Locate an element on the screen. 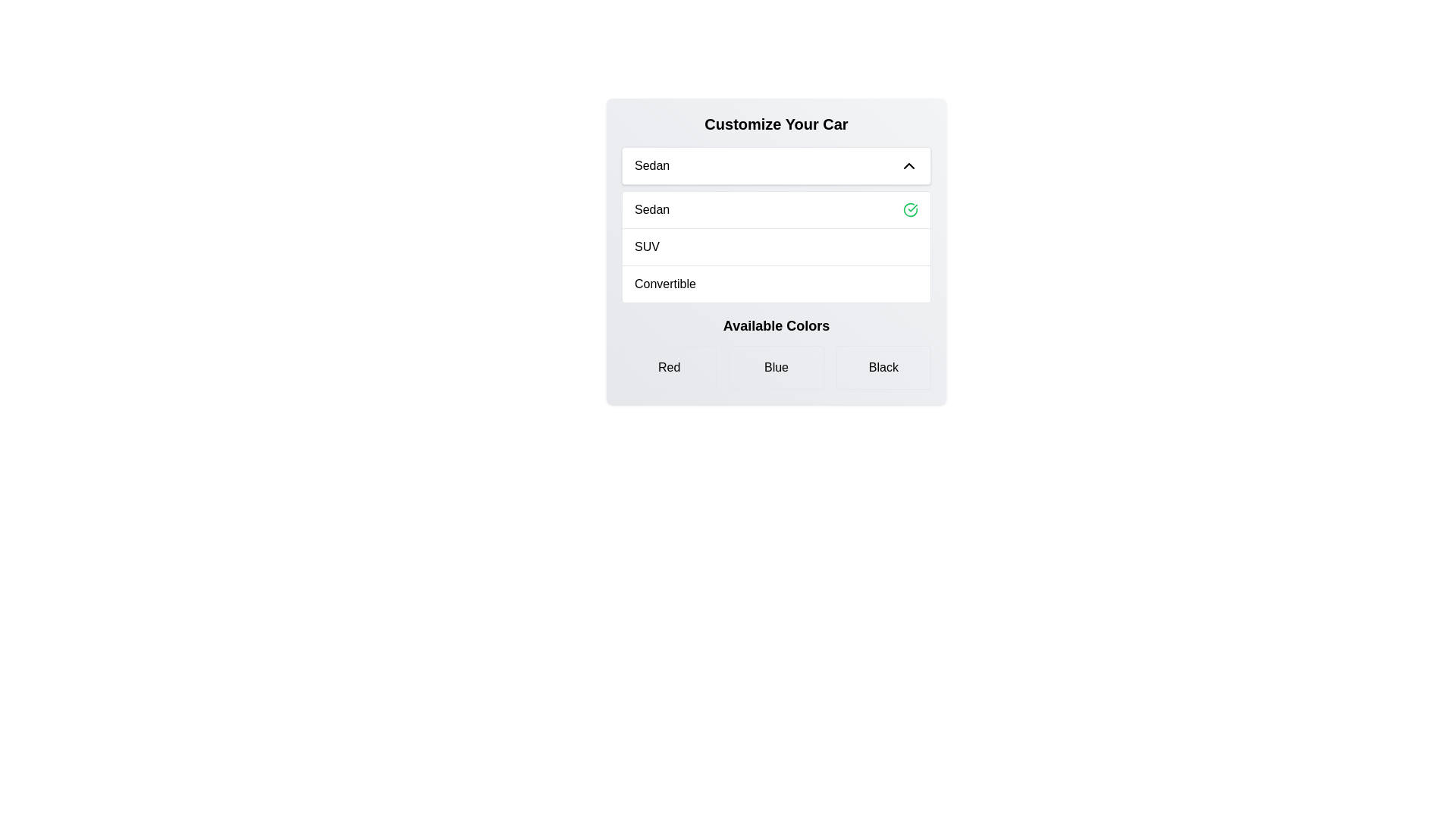 The image size is (1456, 819). to select the 'SUV' option from the dropdown menu labeled 'Customize Your Car', which is the second option in the list is located at coordinates (647, 246).